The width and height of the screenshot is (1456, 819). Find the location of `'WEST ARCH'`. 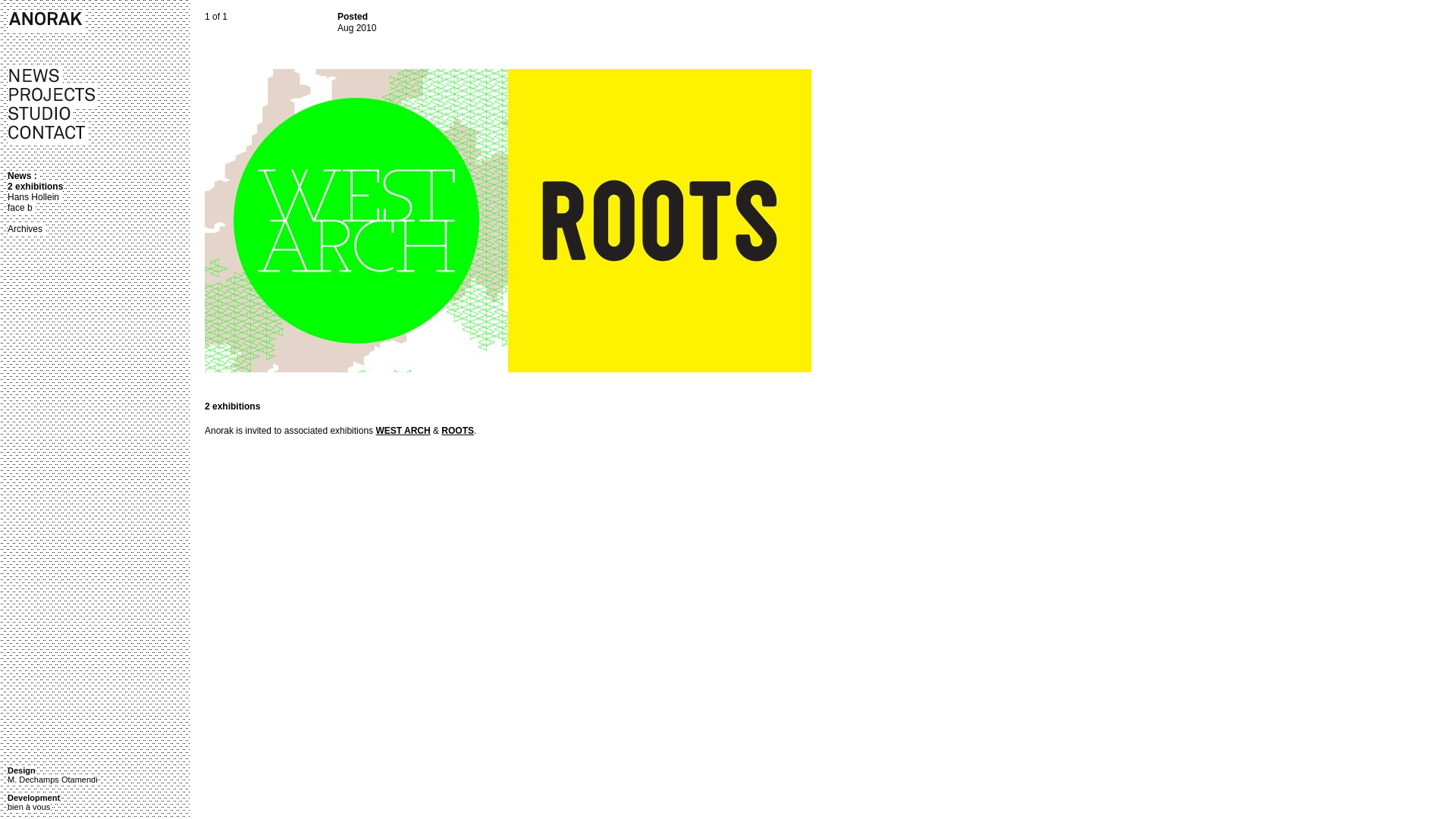

'WEST ARCH' is located at coordinates (403, 430).